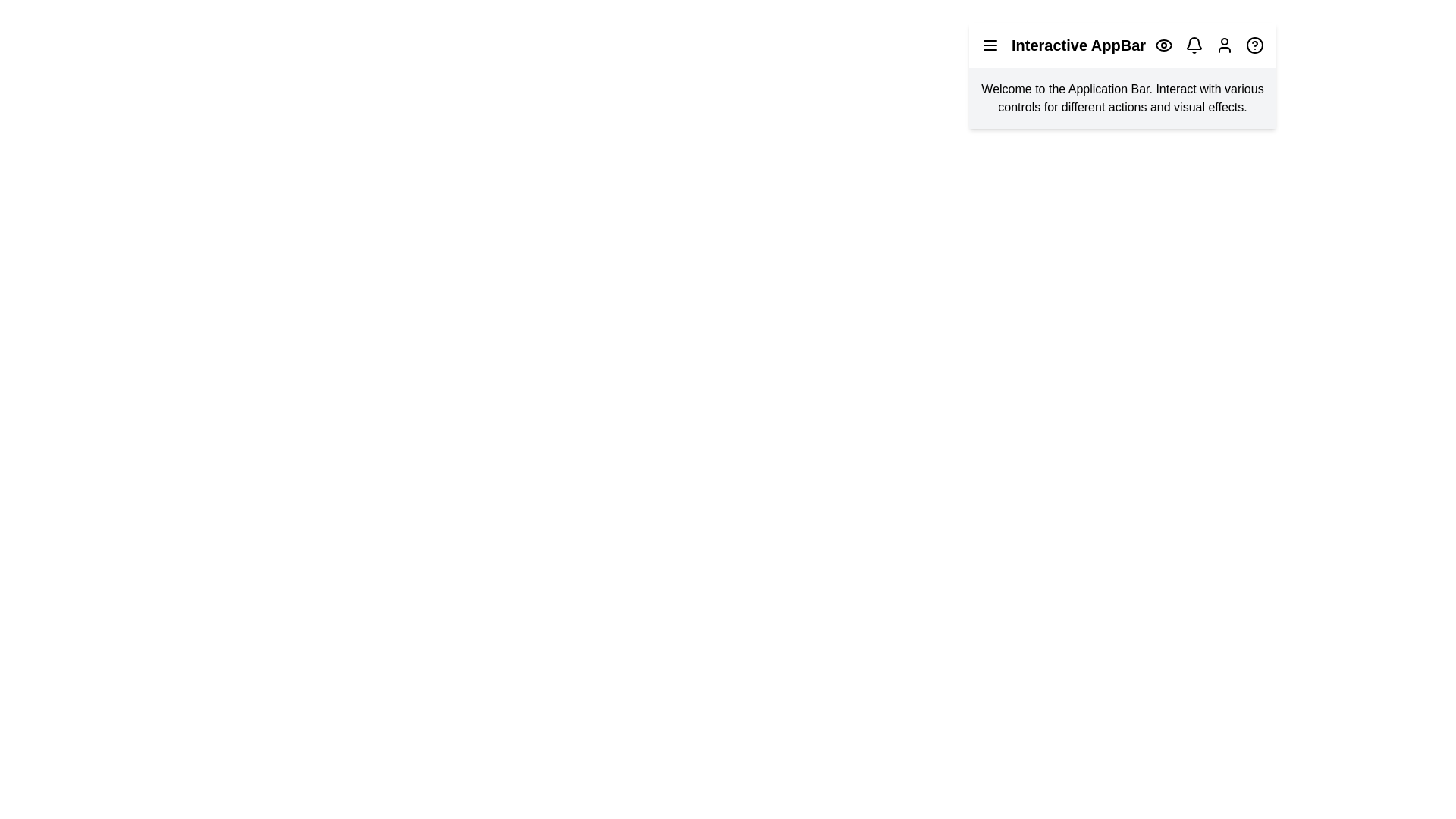  I want to click on the user profile icon to access the user menu, so click(1224, 45).